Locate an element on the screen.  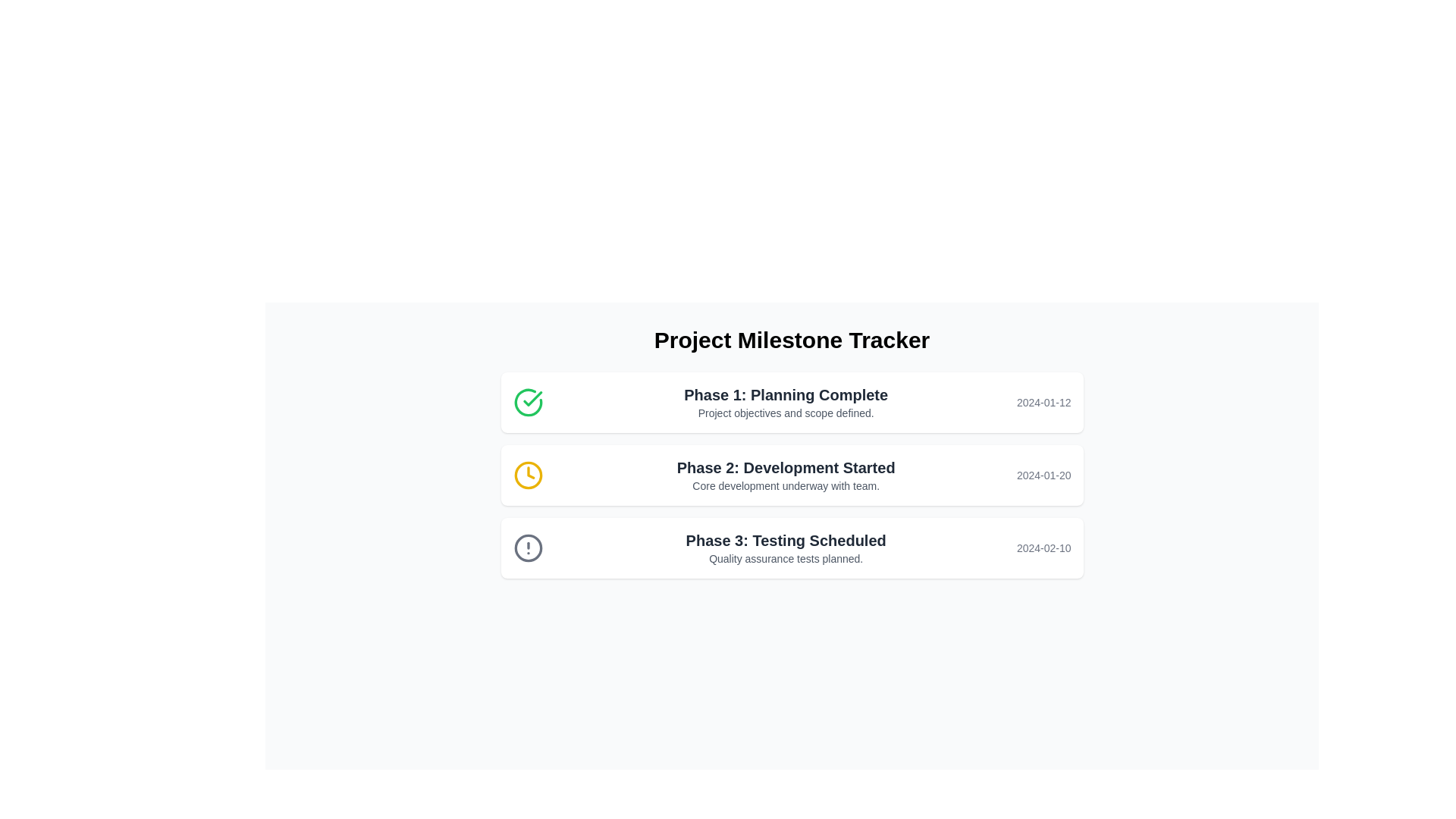
the text label displaying the date '2024-01-12', which is styled in a small gray font and aligned to the right in the third row of the project milestone tracker is located at coordinates (1043, 402).